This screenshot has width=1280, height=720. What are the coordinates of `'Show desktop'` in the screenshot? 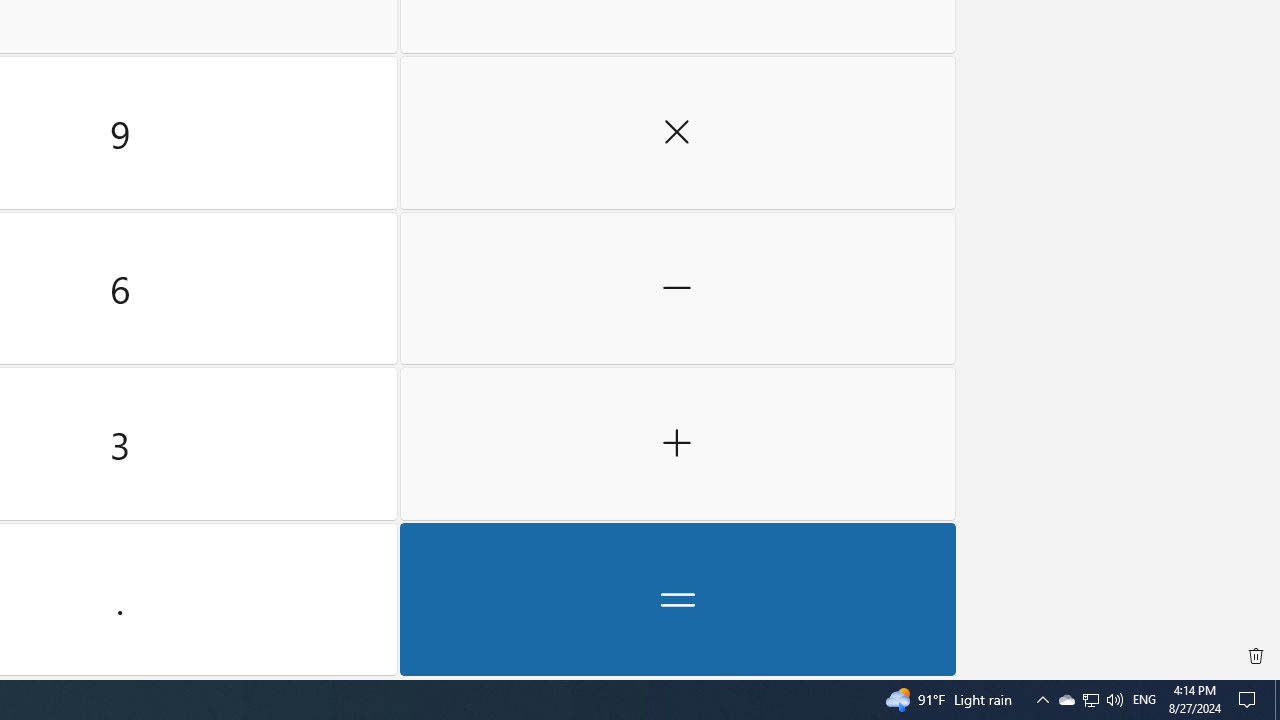 It's located at (1276, 698).